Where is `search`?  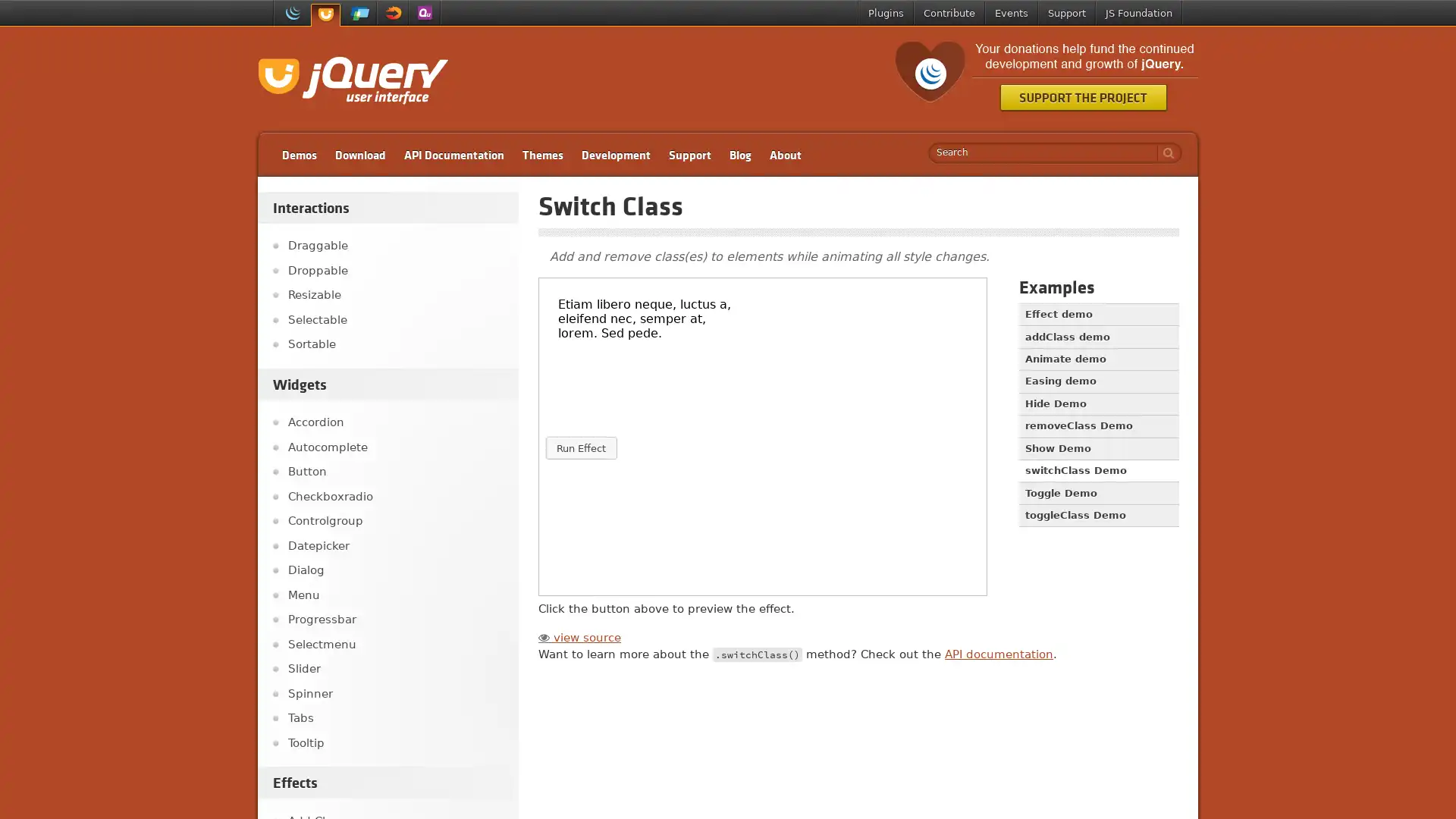 search is located at coordinates (1164, 152).